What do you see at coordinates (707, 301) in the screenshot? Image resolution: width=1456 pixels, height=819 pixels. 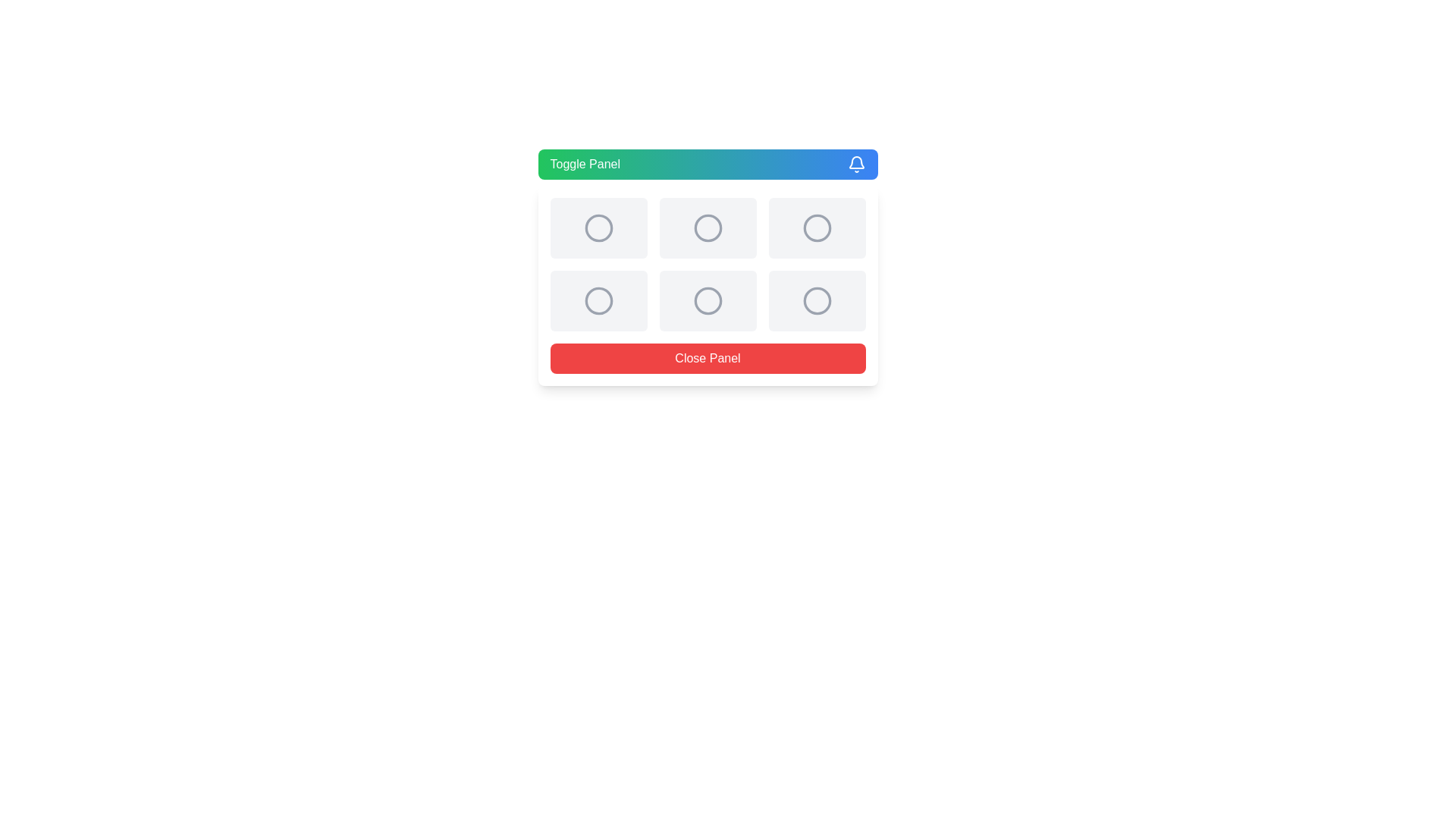 I see `the central button located in the second row and second column of the grid` at bounding box center [707, 301].